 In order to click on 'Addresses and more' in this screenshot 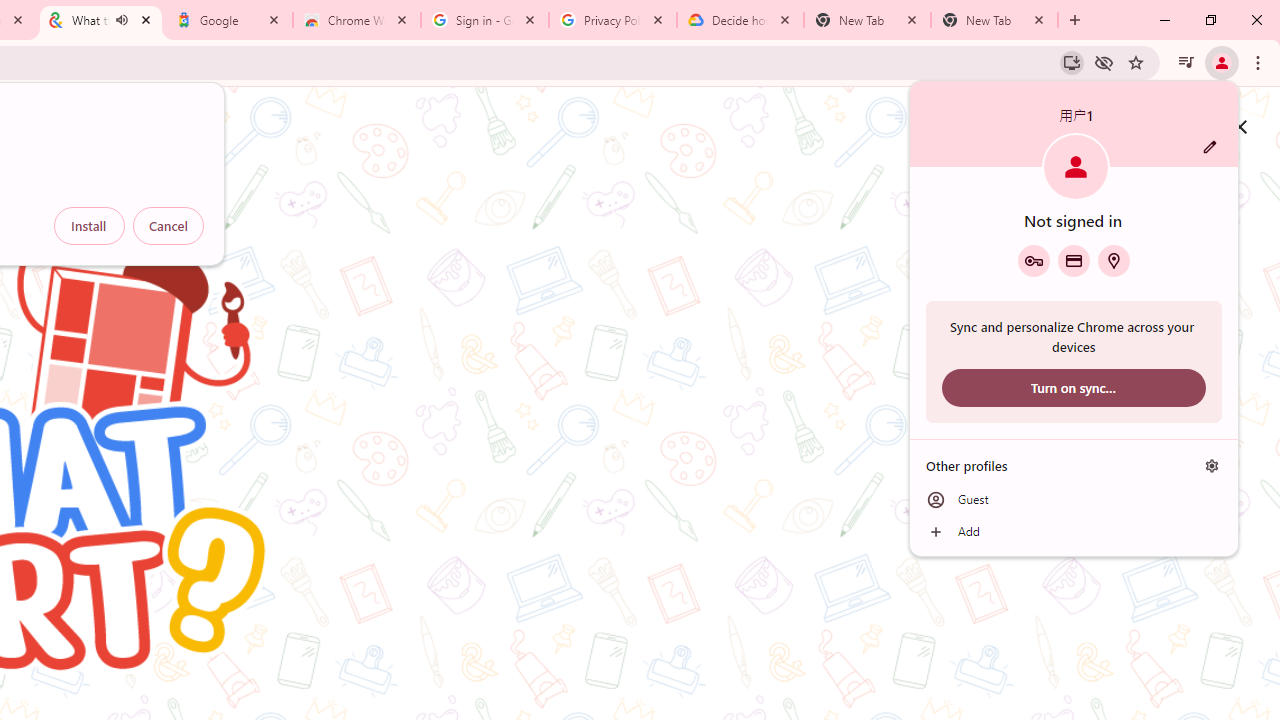, I will do `click(1113, 260)`.